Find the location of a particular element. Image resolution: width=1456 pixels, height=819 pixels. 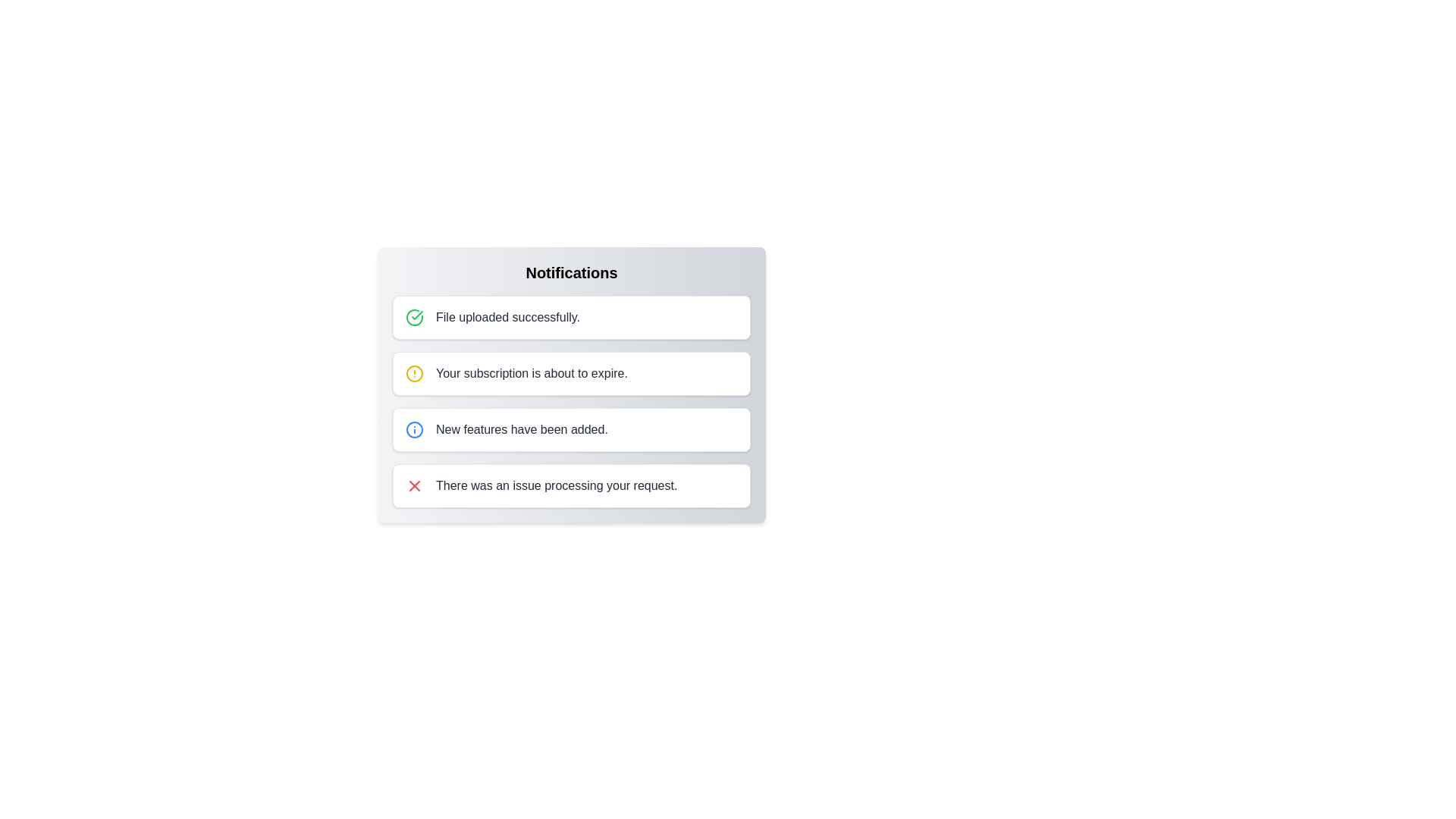

the Notification Card element that is the fourth and last in a vertical stack of notifications, featuring a white background, red border, and the message 'There was an issue processing your request.' is located at coordinates (570, 485).